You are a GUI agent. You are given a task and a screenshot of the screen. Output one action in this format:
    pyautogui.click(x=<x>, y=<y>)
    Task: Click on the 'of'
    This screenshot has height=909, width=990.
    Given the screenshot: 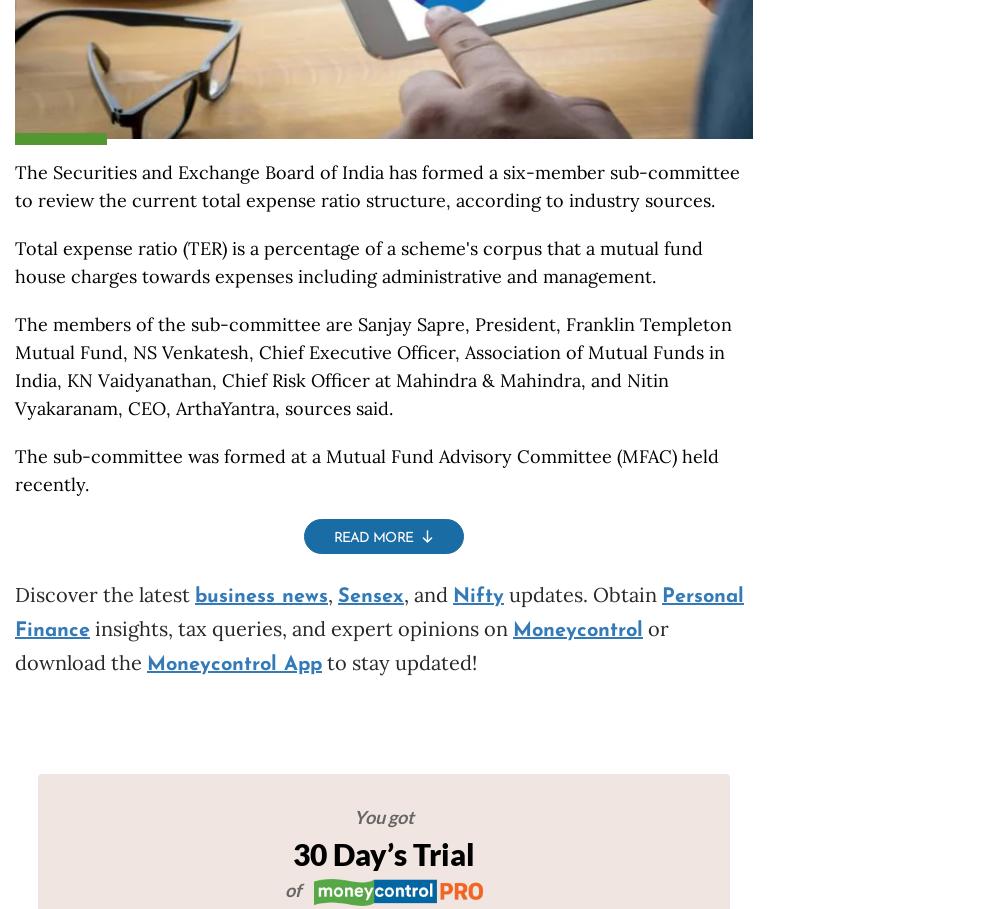 What is the action you would take?
    pyautogui.click(x=294, y=890)
    